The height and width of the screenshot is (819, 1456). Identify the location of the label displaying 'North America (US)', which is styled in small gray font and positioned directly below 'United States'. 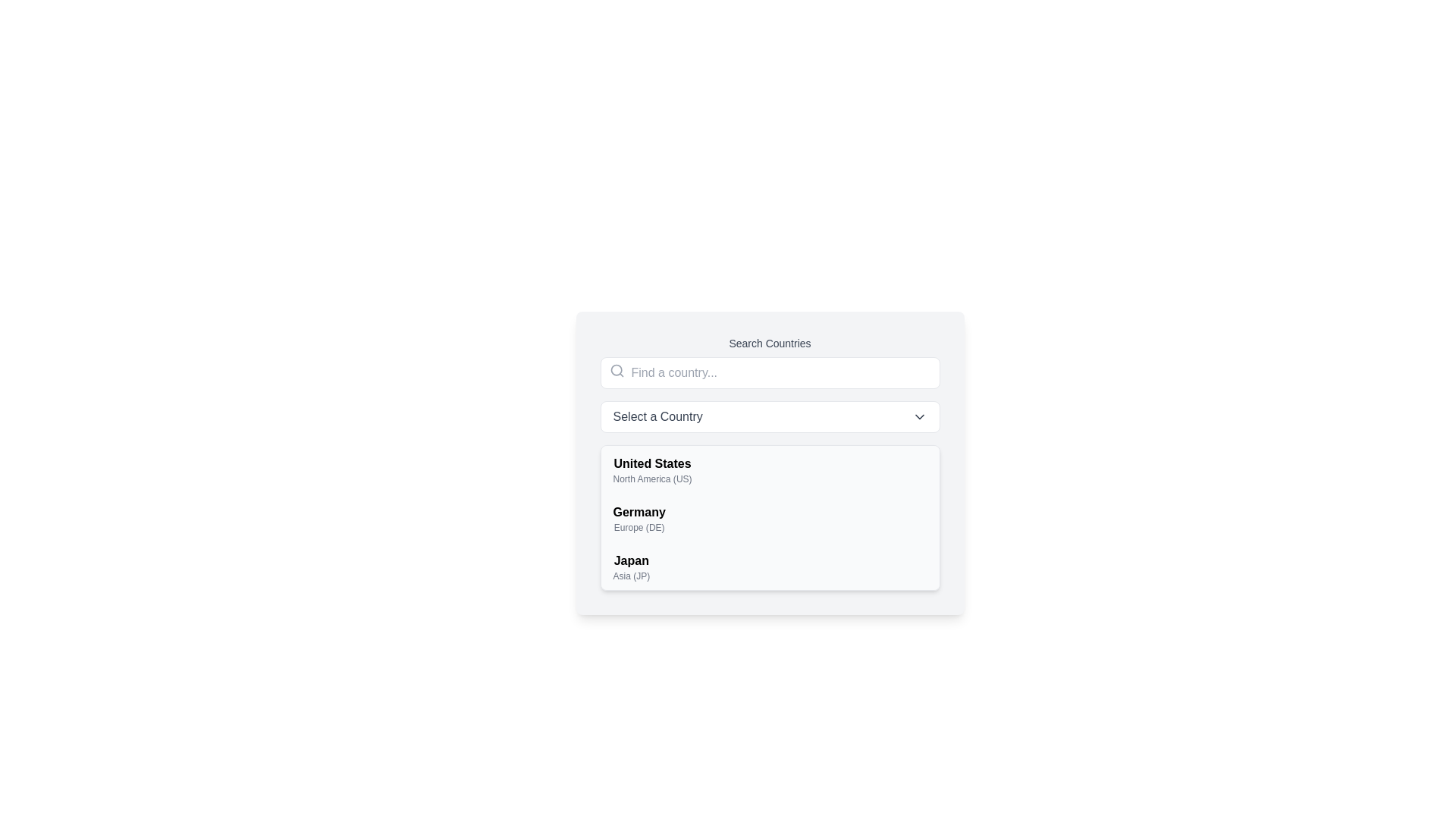
(652, 479).